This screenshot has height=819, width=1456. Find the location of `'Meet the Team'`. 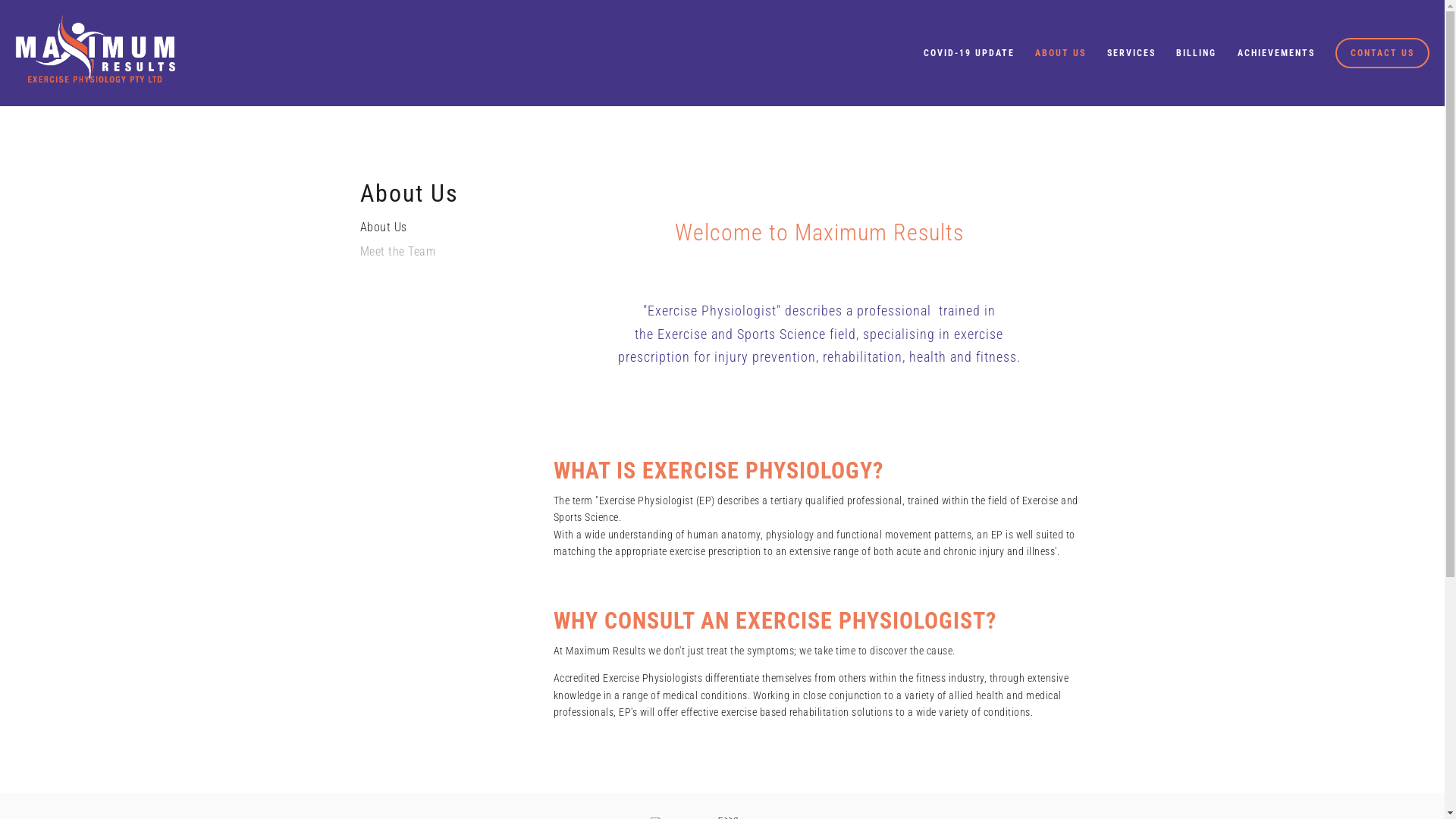

'Meet the Team' is located at coordinates (431, 256).